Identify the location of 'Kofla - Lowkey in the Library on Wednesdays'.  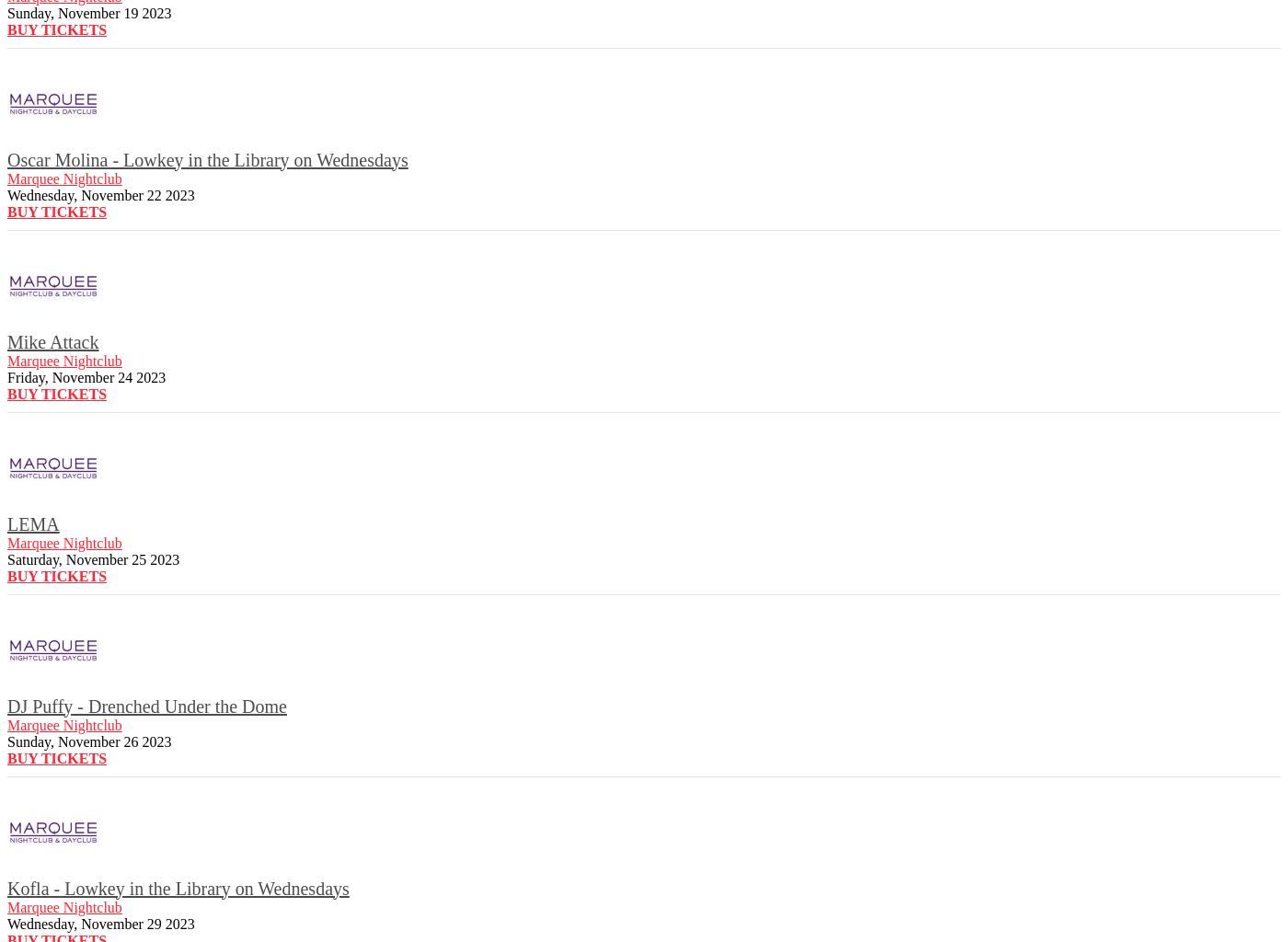
(177, 888).